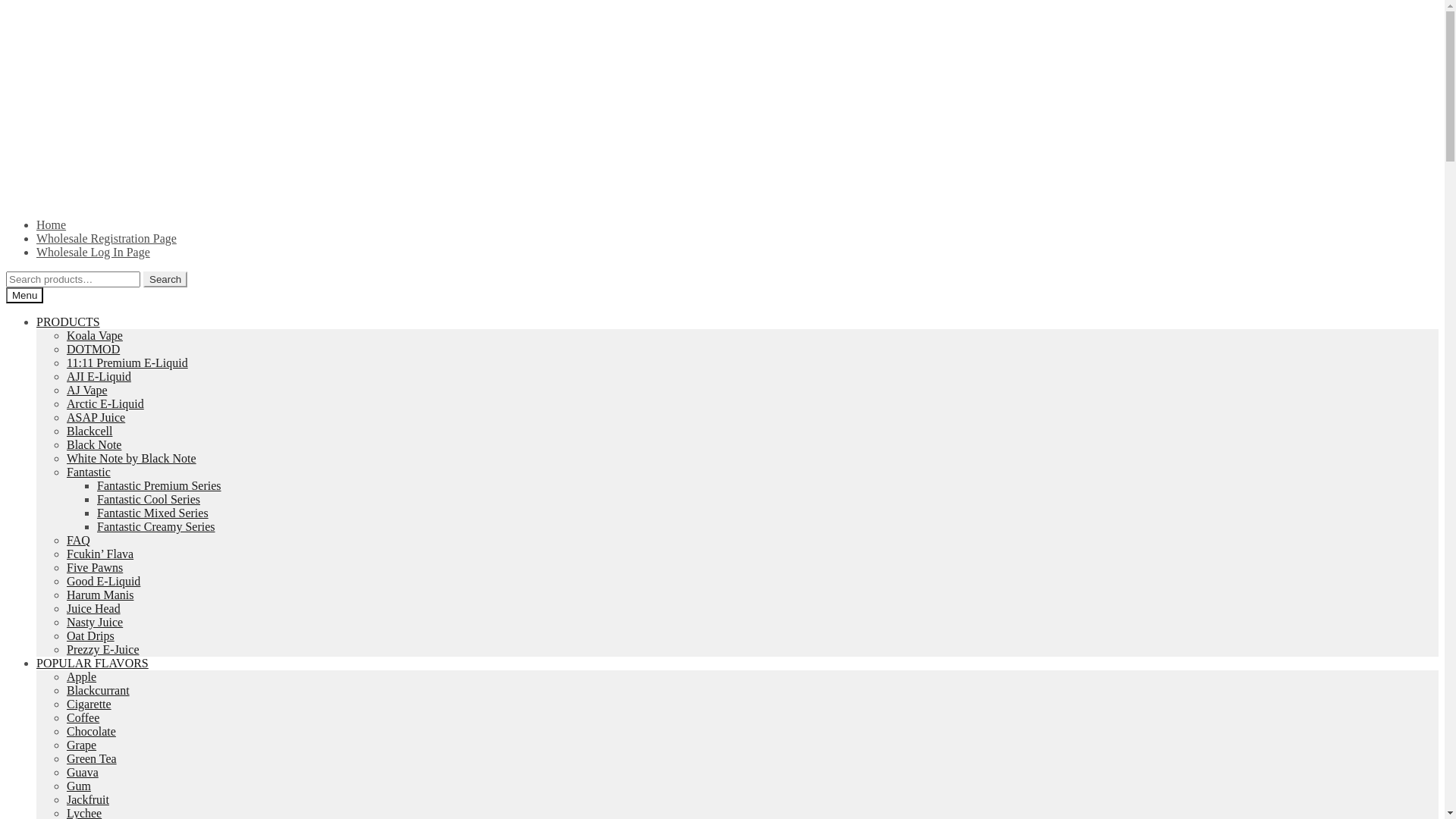 The image size is (1456, 819). Describe the element at coordinates (131, 457) in the screenshot. I see `'White Note by Black Note'` at that location.